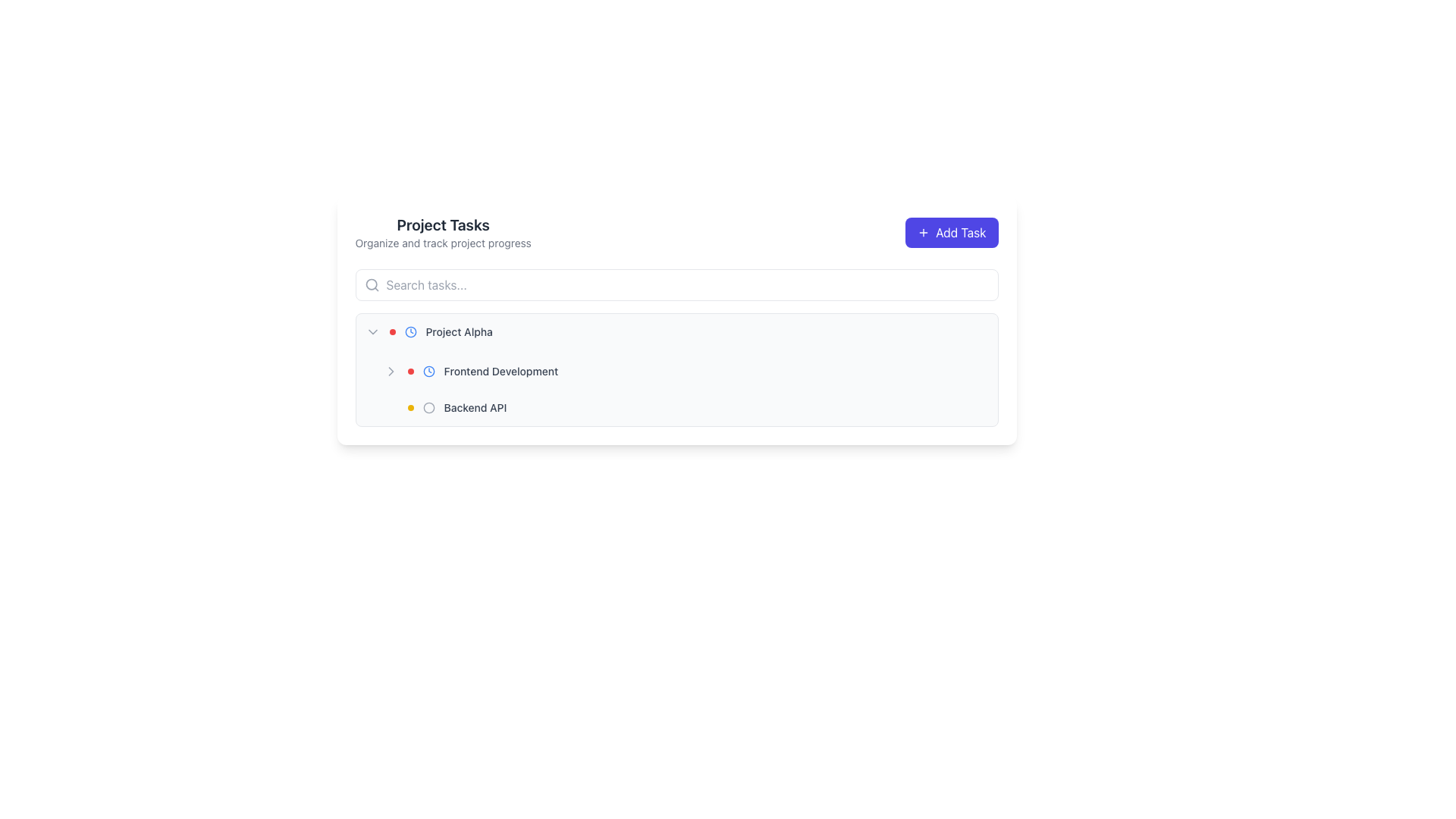 This screenshot has height=819, width=1456. I want to click on the context of the text label that serves as a task identifier within the project management interface, specifically as the third task item under 'Frontend Development', so click(475, 406).